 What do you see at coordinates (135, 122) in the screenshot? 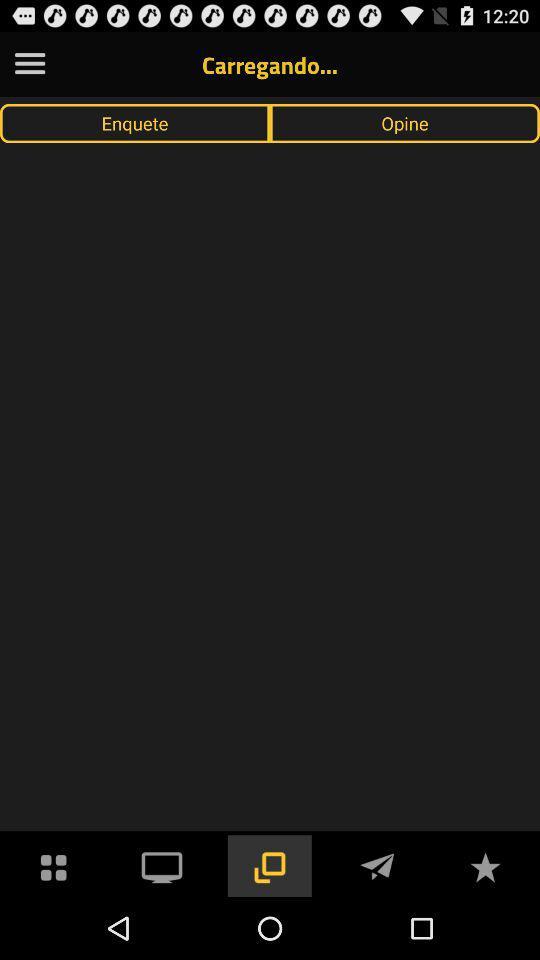
I see `the enquete` at bounding box center [135, 122].